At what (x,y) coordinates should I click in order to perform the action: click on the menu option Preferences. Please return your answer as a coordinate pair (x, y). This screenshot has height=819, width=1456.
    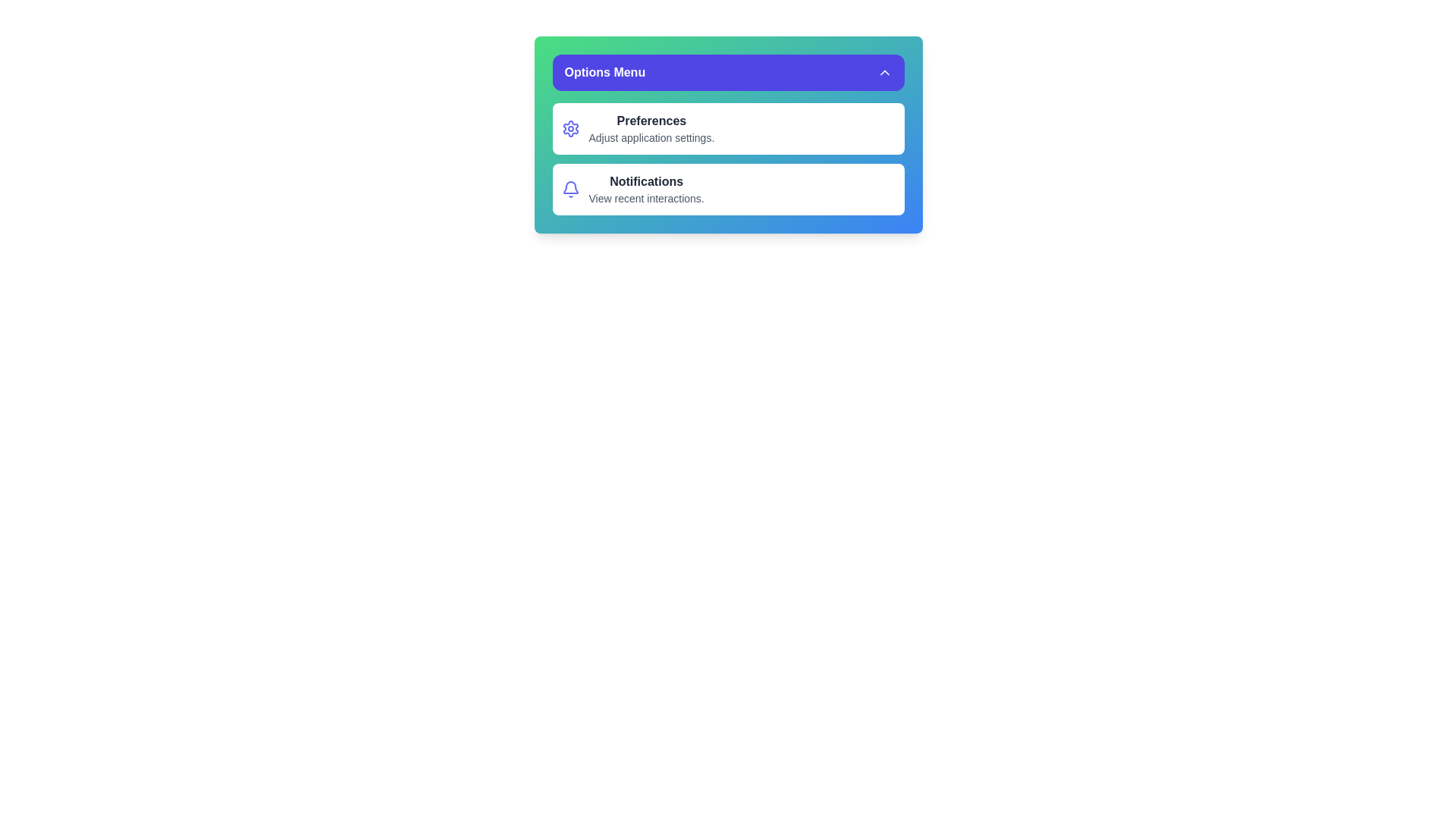
    Looking at the image, I should click on (728, 127).